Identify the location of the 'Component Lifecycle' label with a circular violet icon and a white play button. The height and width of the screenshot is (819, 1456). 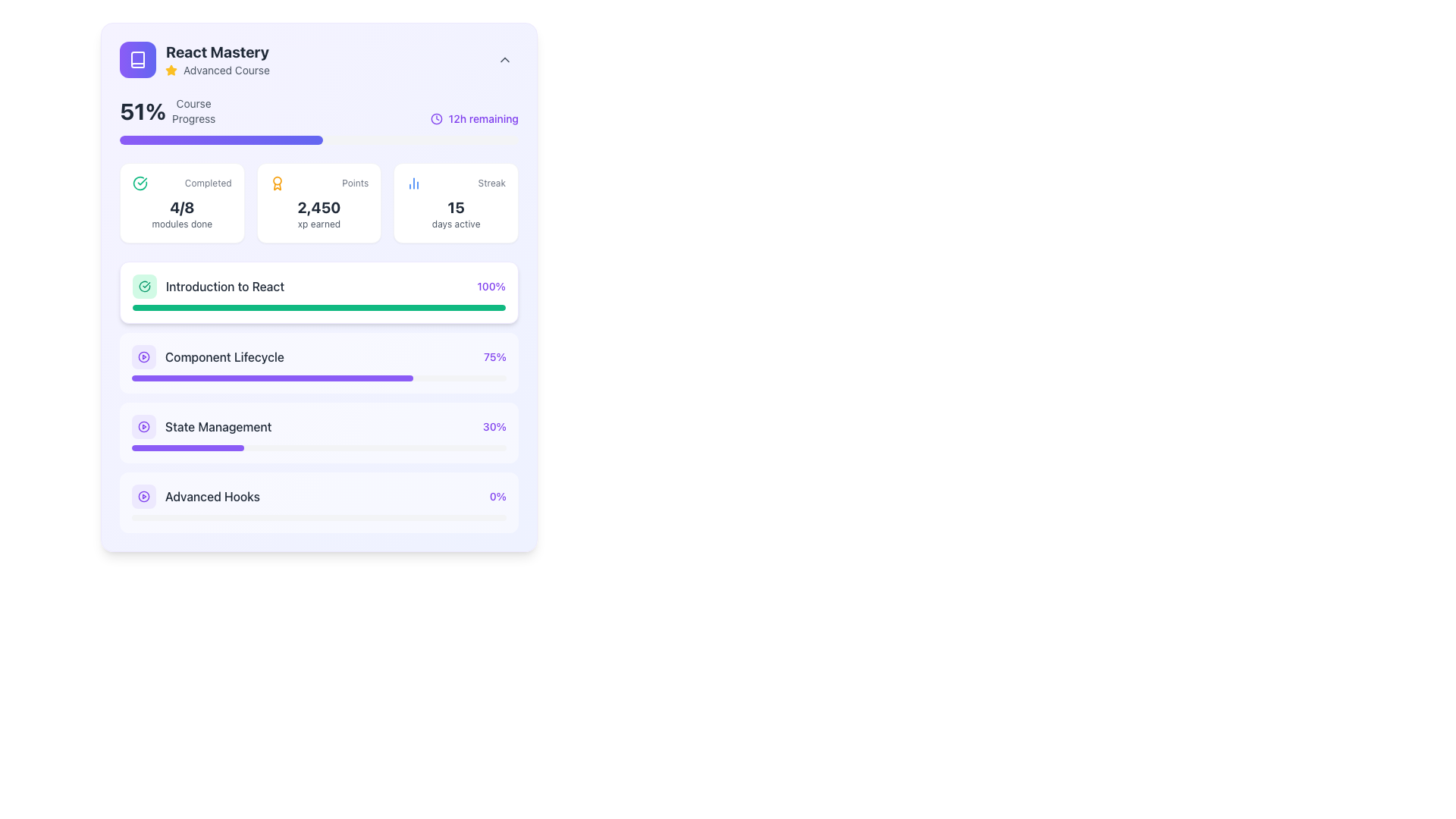
(207, 356).